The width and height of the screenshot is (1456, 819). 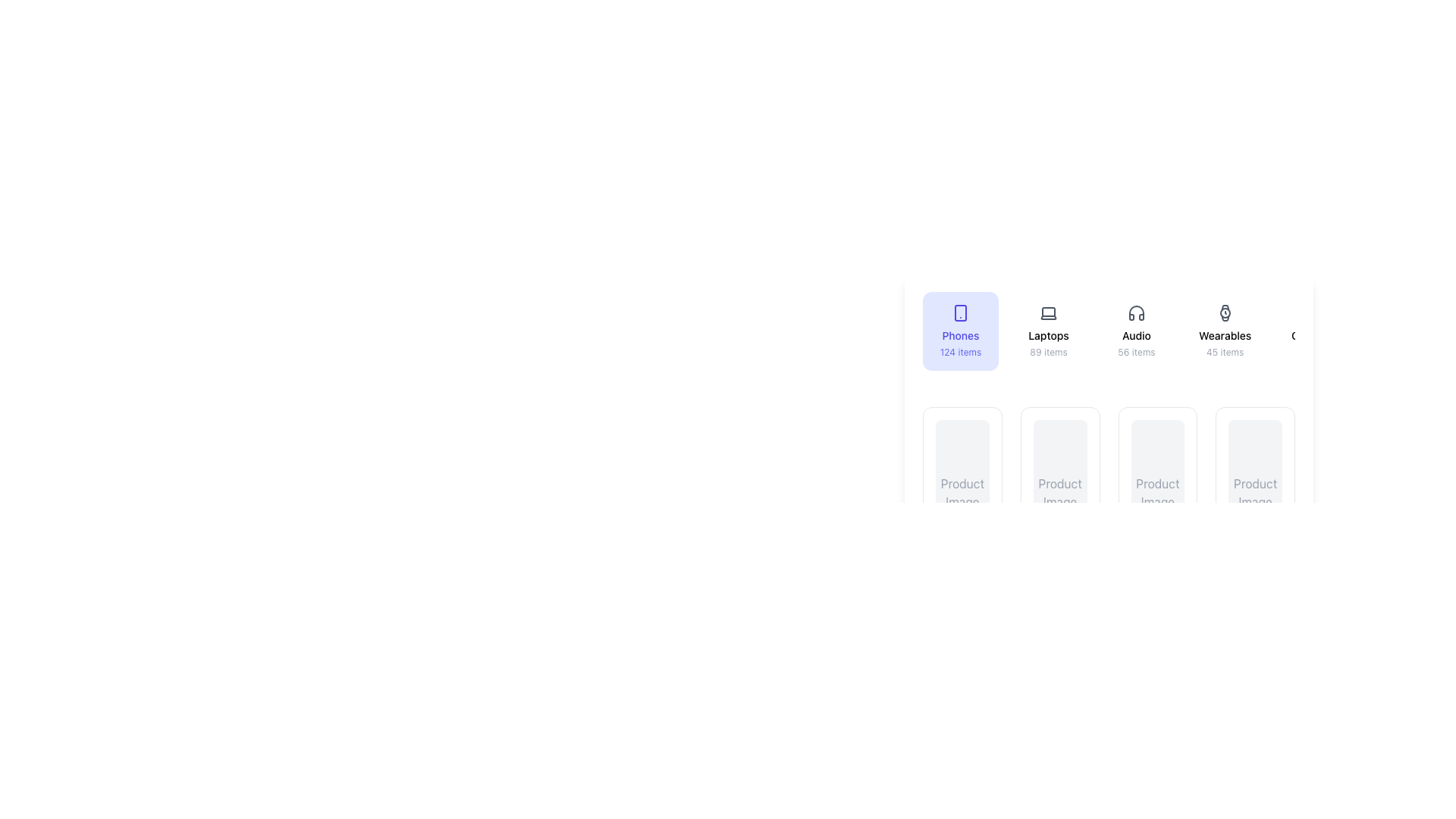 What do you see at coordinates (1156, 493) in the screenshot?
I see `the product image placeholder located at the top center of the fourth card` at bounding box center [1156, 493].